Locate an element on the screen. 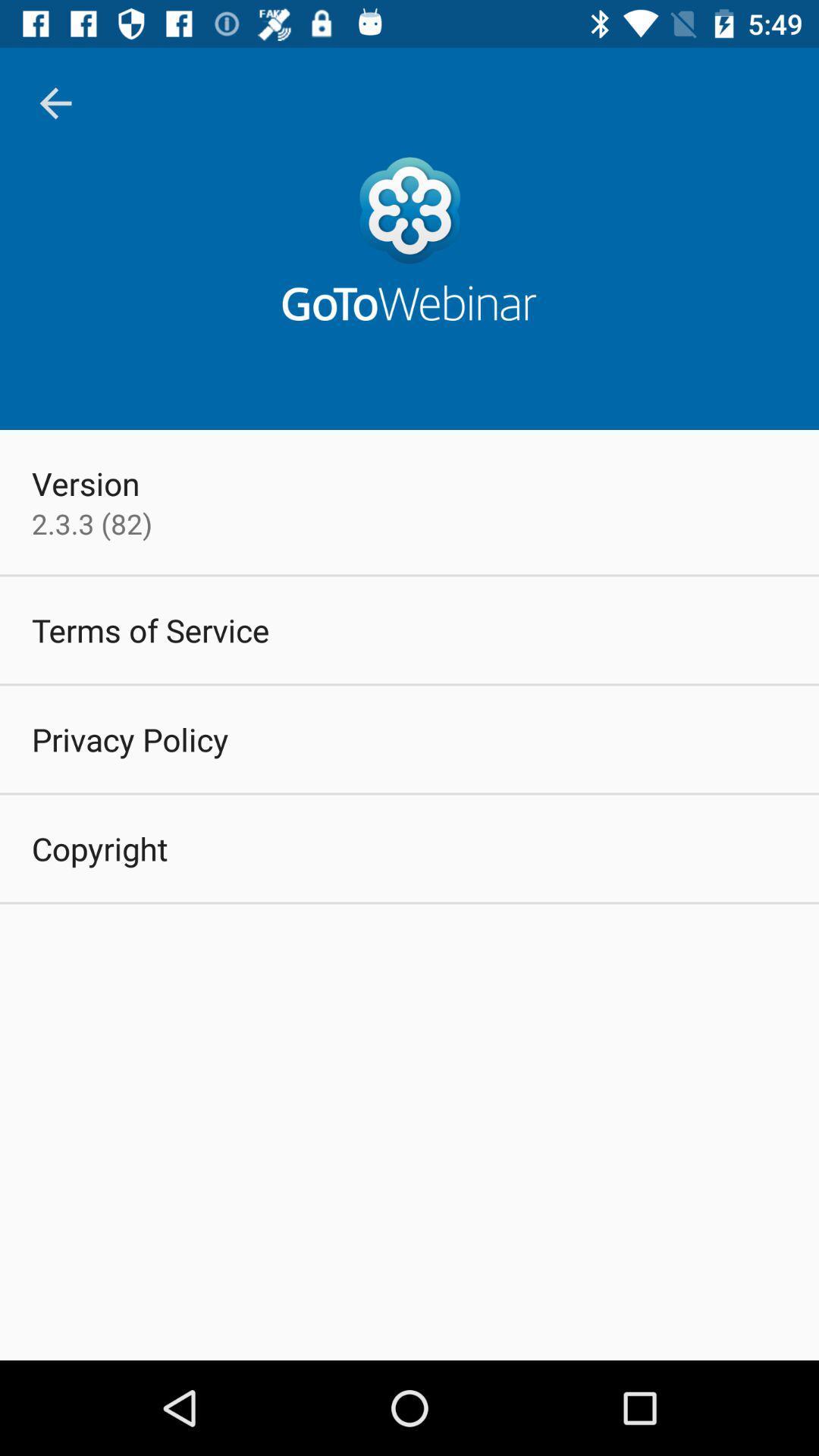  the item below version is located at coordinates (92, 523).